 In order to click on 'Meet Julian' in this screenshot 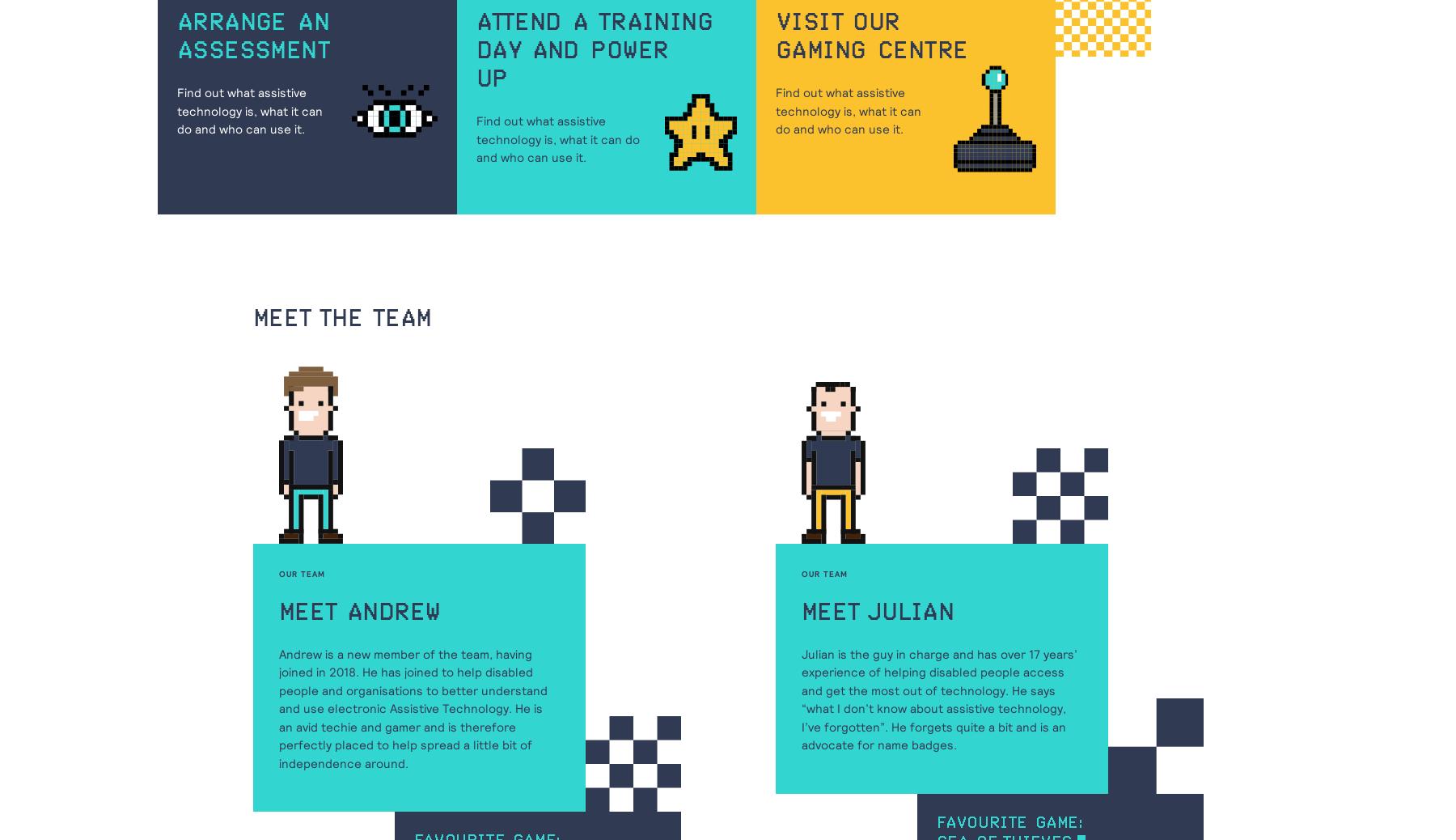, I will do `click(877, 611)`.